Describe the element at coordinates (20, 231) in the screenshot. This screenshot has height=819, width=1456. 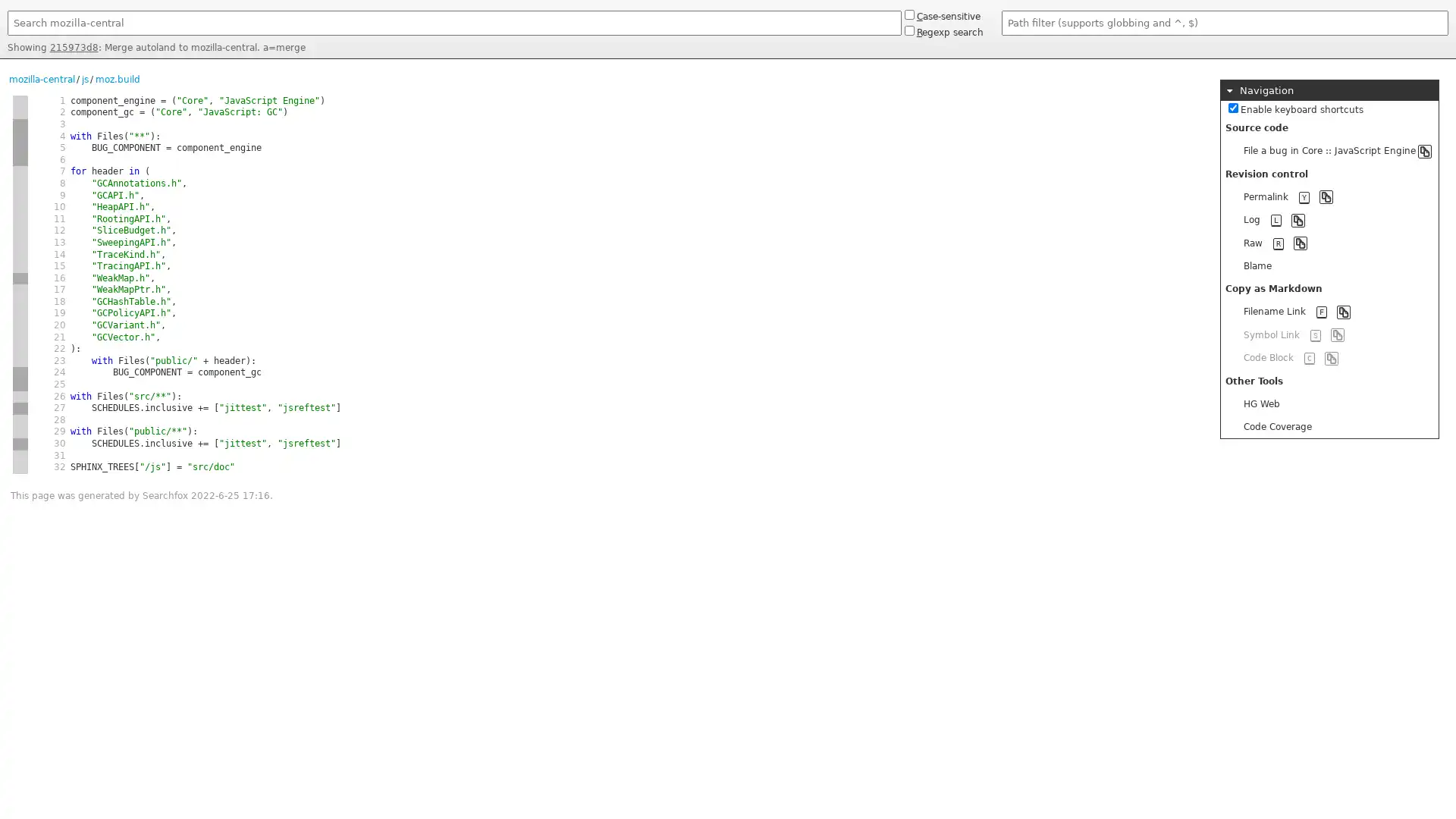
I see `same hash 1` at that location.